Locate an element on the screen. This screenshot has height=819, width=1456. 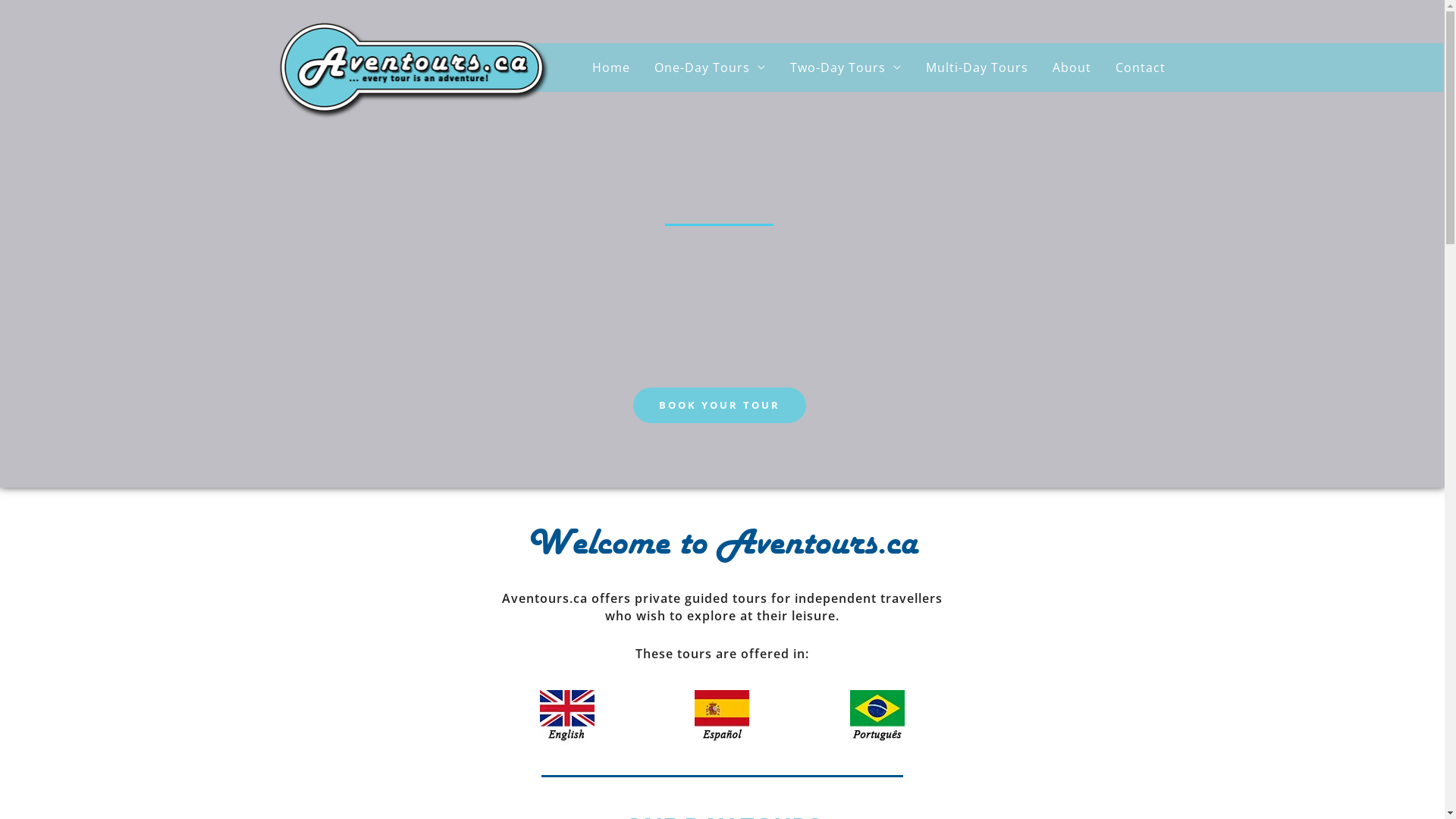
'About' is located at coordinates (1040, 66).